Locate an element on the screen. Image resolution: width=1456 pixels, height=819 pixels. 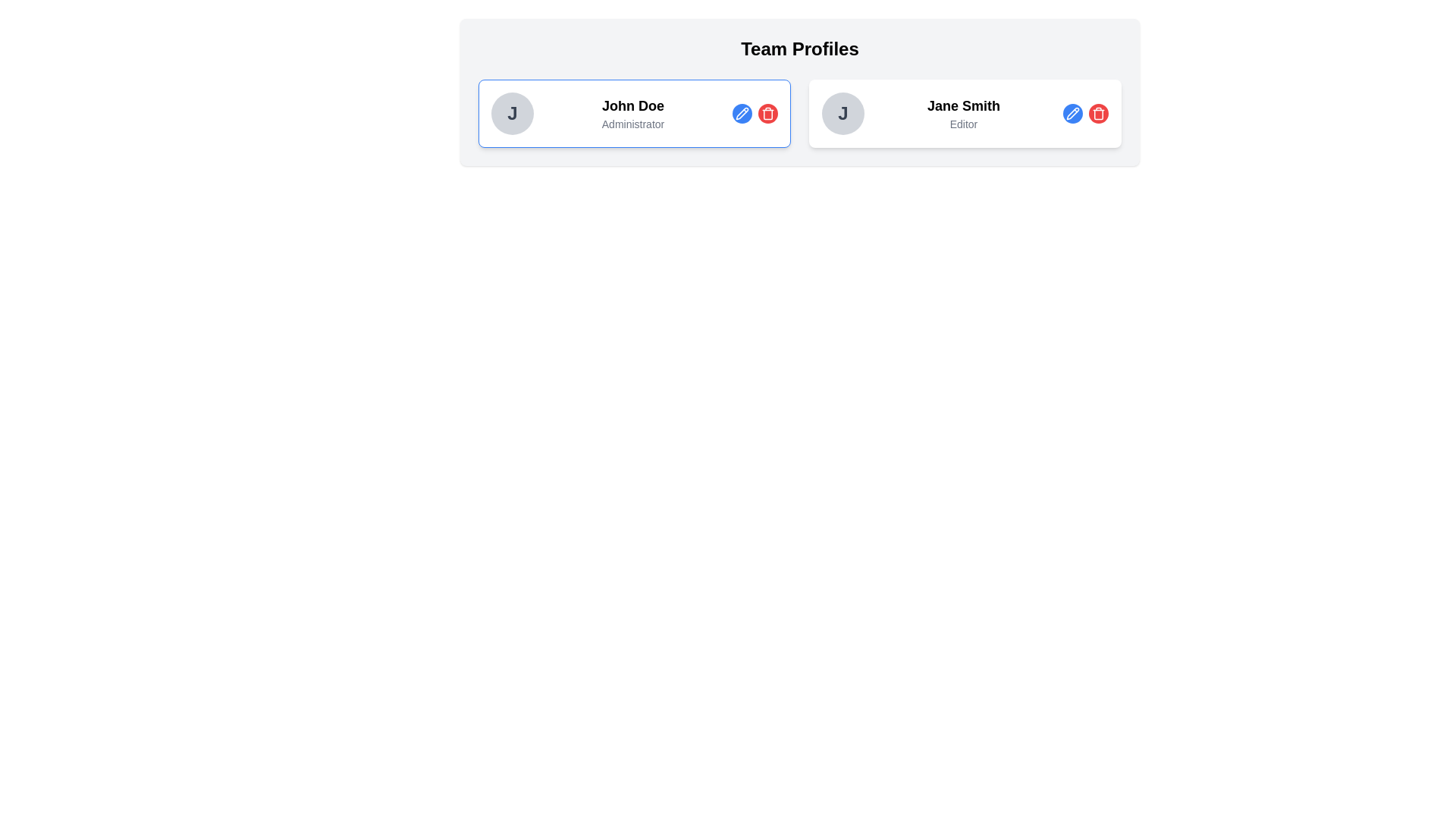
the text block that identifies the user 'Jane Smith' as 'Editor' within her profile card, located in the second card of the horizontally aligned list of user profiles is located at coordinates (963, 113).